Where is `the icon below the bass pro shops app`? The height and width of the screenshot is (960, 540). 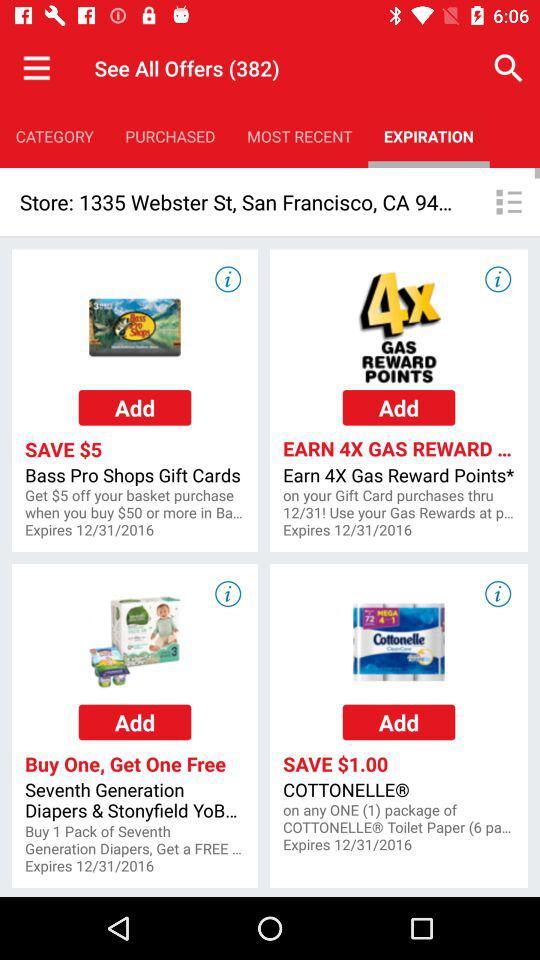
the icon below the bass pro shops app is located at coordinates (135, 503).